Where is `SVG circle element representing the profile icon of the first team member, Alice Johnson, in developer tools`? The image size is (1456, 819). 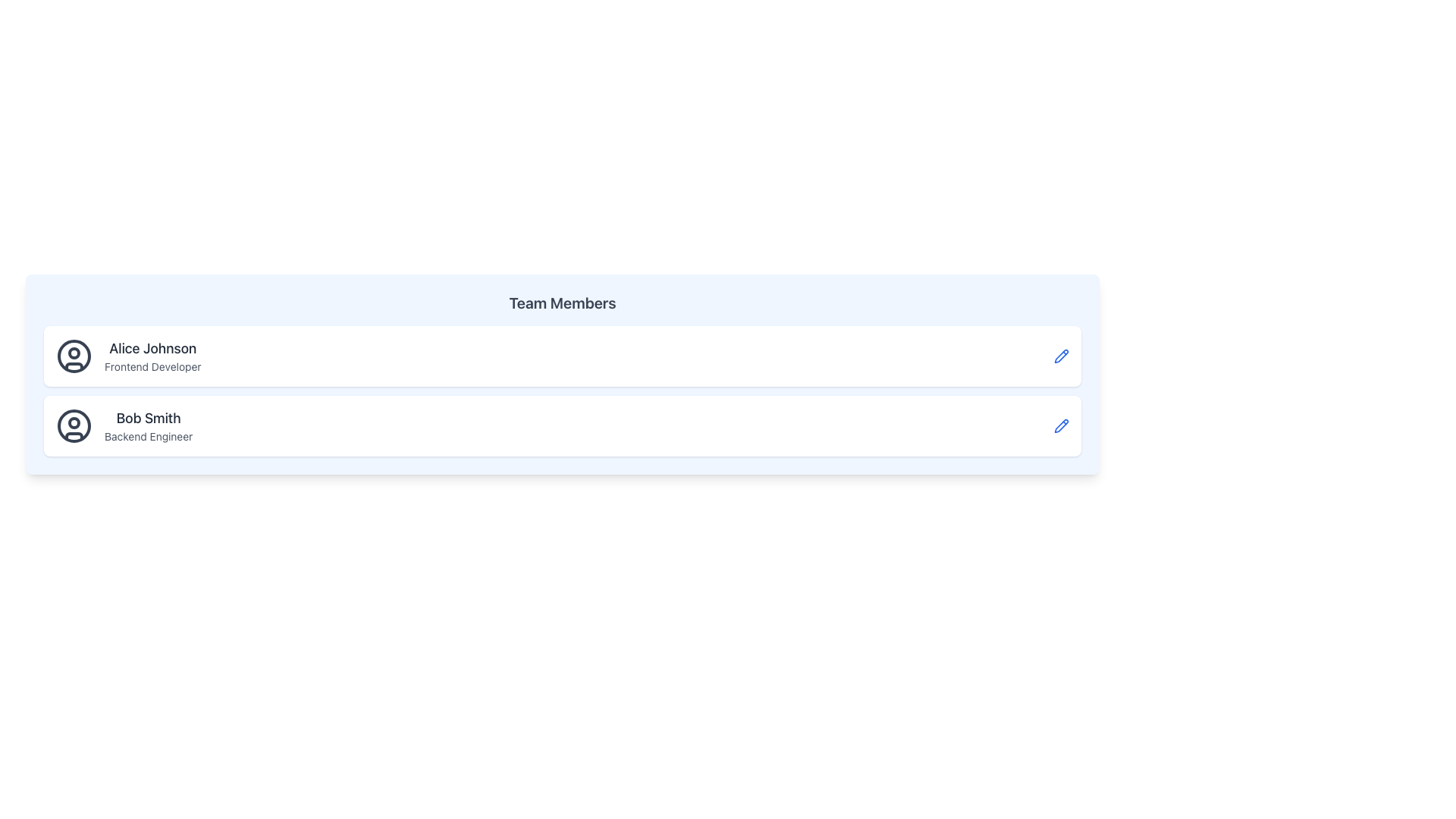
SVG circle element representing the profile icon of the first team member, Alice Johnson, in developer tools is located at coordinates (73, 356).